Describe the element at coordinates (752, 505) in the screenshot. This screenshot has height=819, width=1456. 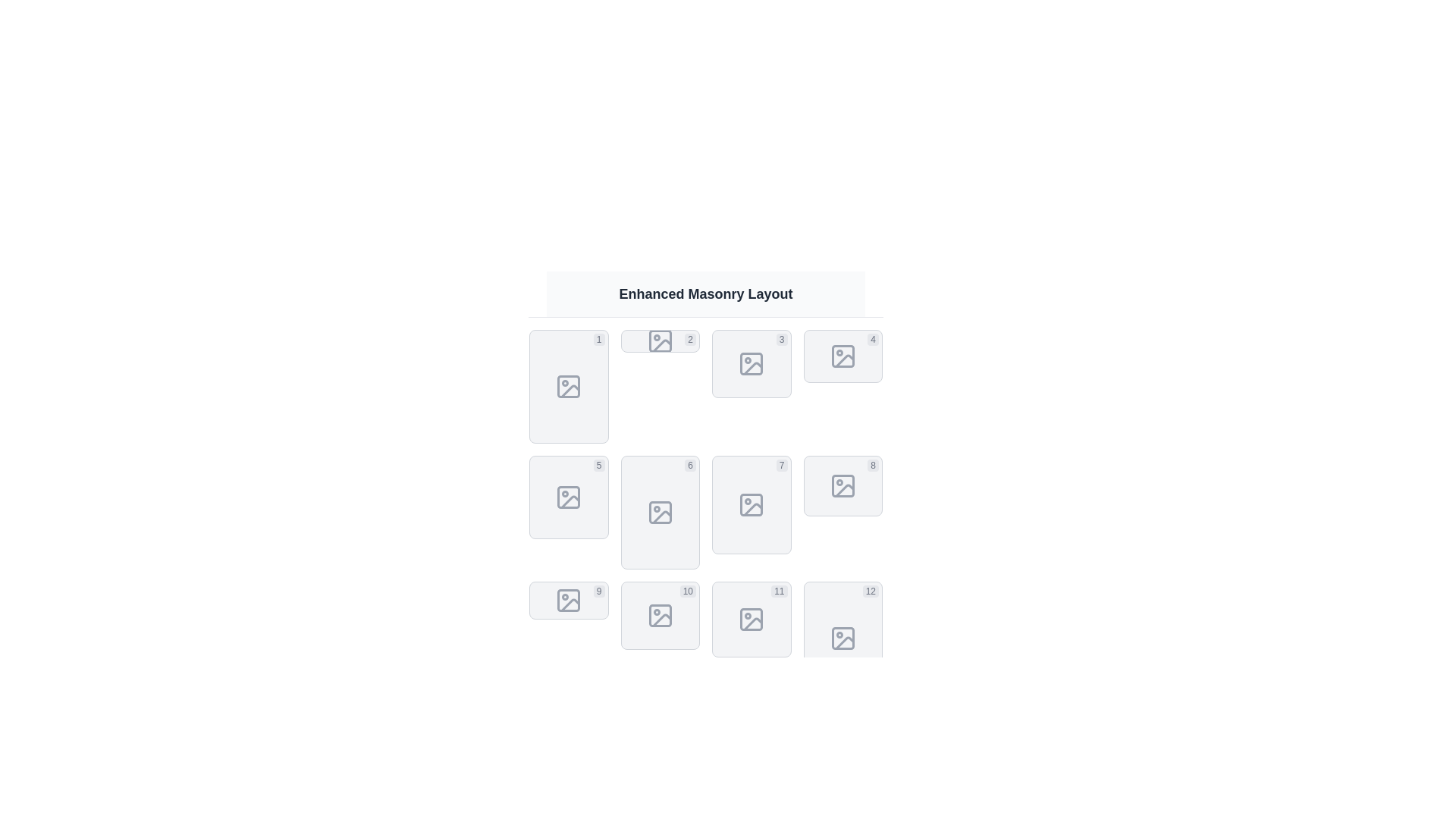
I see `the card that serves as a placeholder or identifier for content, positioned in the second row, third from the left in a grid layout` at that location.